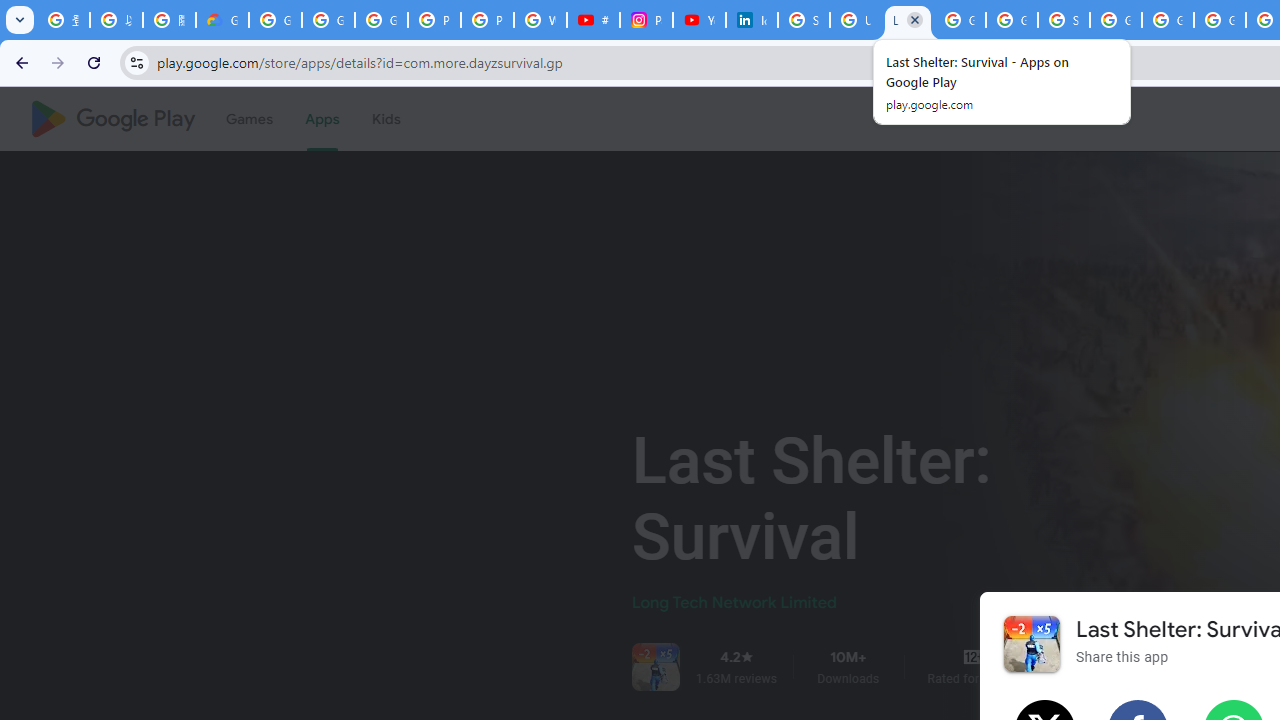 This screenshot has width=1280, height=720. I want to click on 'Privacy Help Center - Policies Help', so click(487, 20).